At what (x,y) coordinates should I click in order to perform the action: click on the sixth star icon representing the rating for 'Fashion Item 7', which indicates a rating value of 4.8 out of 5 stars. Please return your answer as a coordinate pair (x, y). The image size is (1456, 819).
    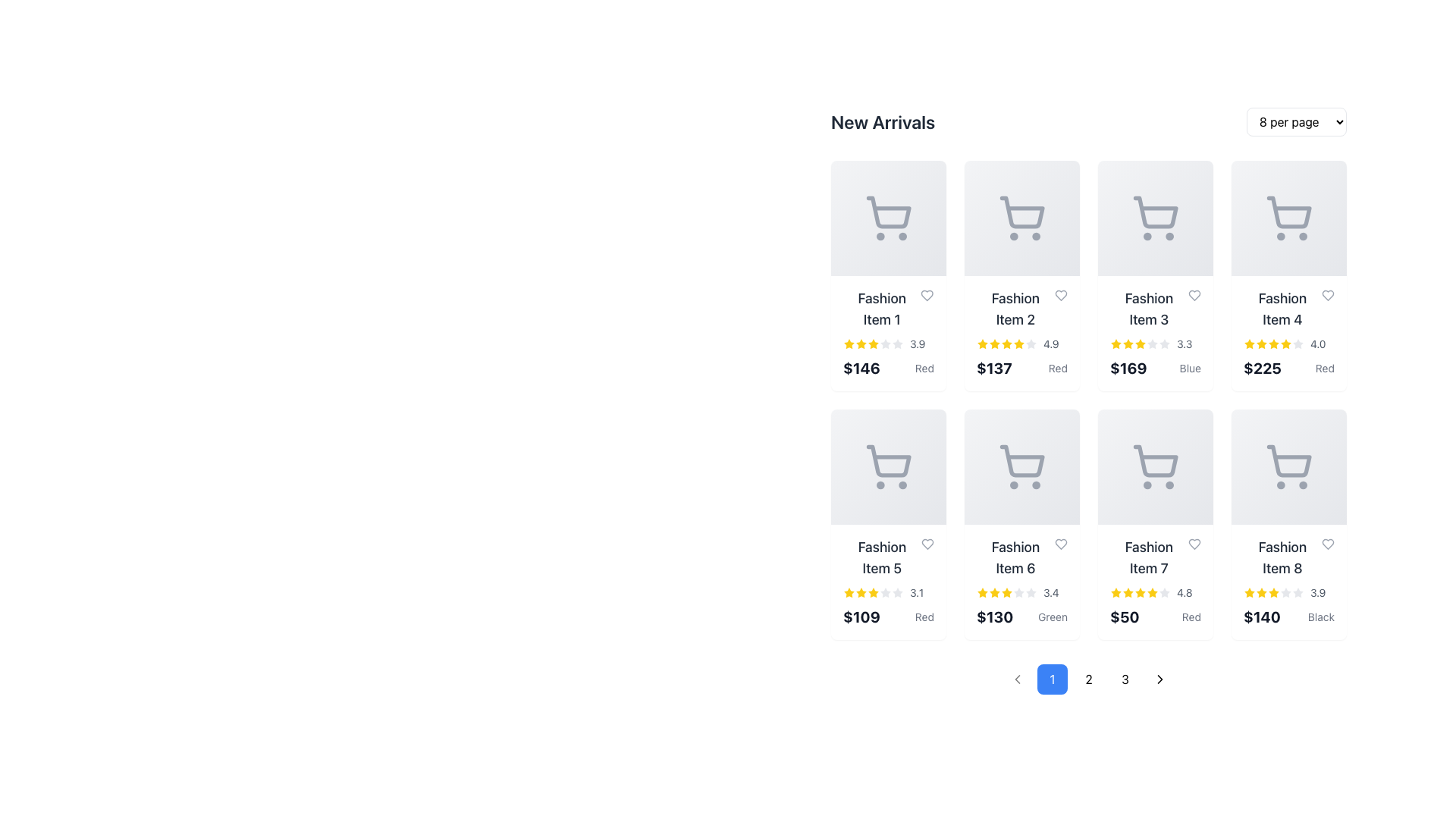
    Looking at the image, I should click on (1153, 592).